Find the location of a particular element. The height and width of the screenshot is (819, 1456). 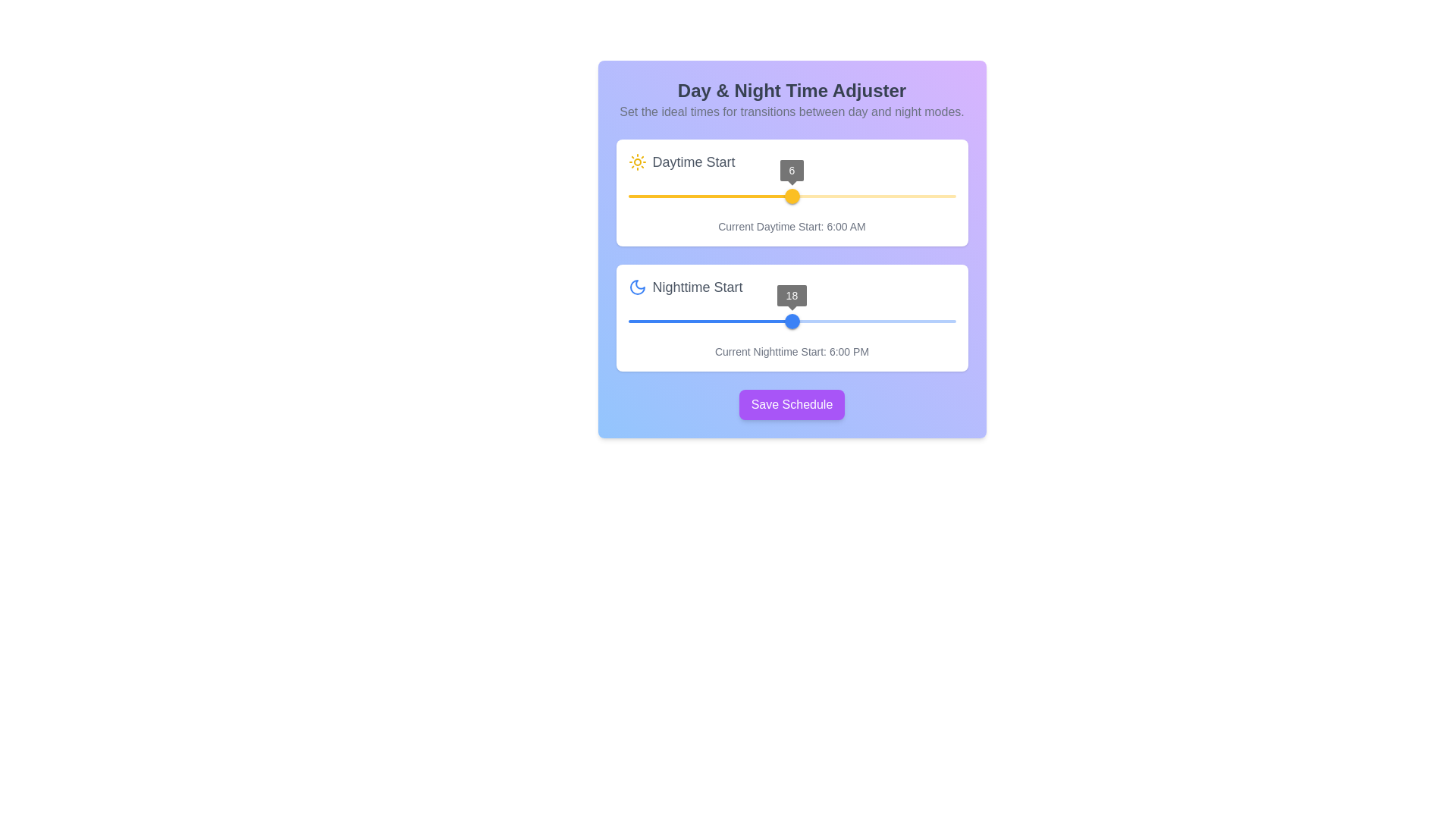

the daytime start is located at coordinates (737, 195).